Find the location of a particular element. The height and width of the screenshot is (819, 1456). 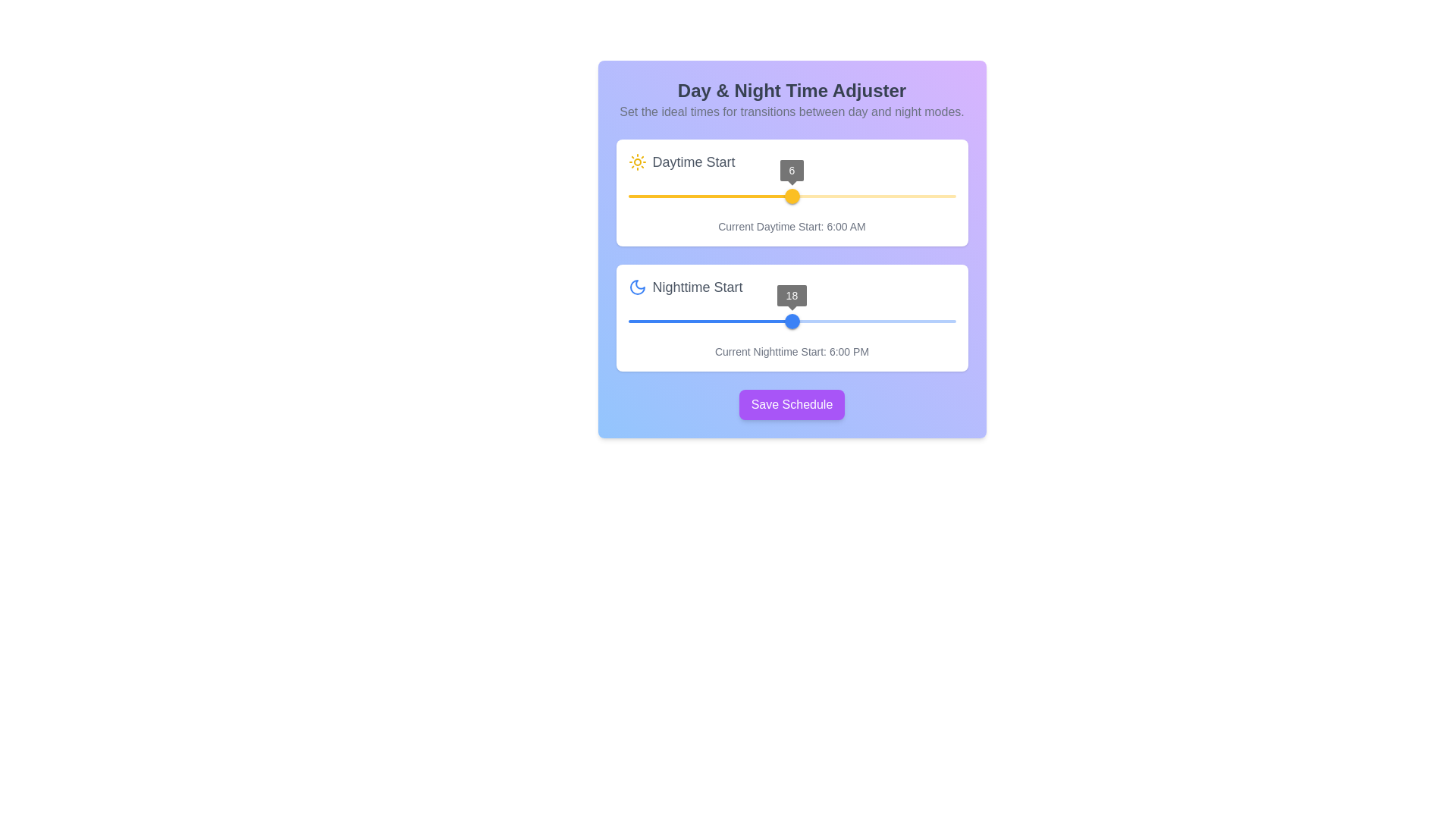

the daytime start is located at coordinates (737, 195).